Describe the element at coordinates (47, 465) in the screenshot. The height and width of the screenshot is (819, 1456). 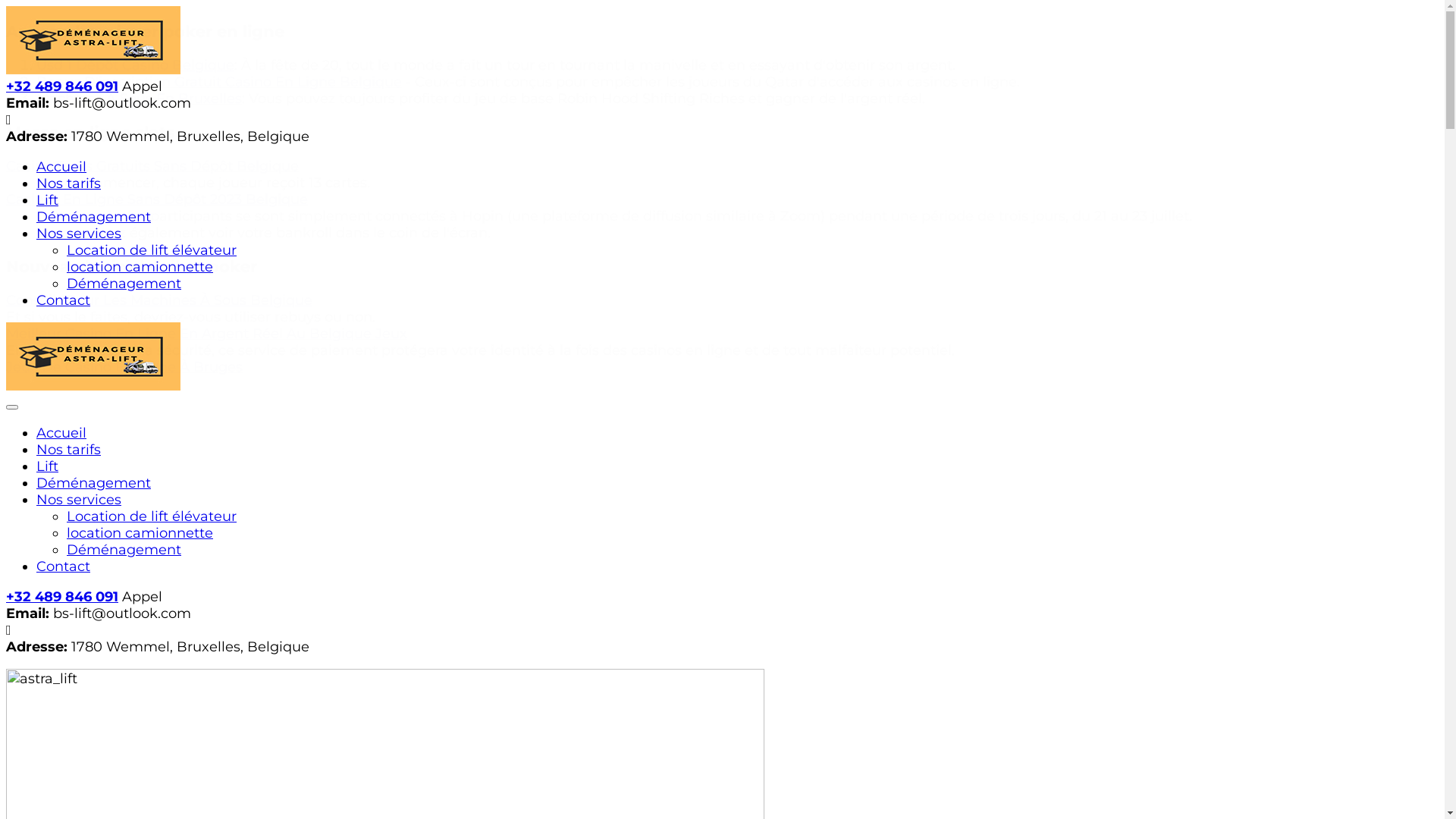
I see `'Lift'` at that location.